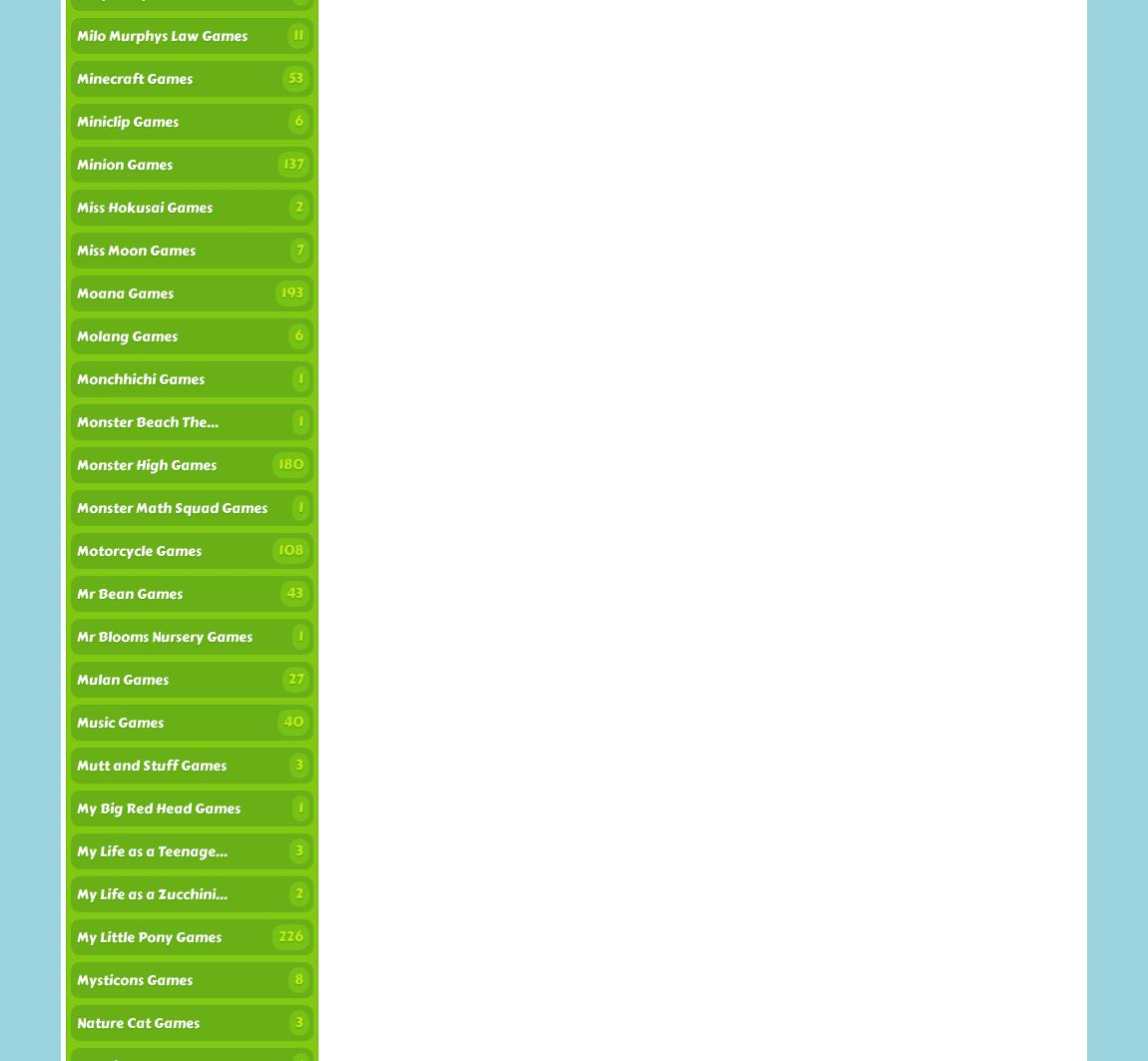 This screenshot has height=1061, width=1148. I want to click on 'Monster Beach The...', so click(147, 422).